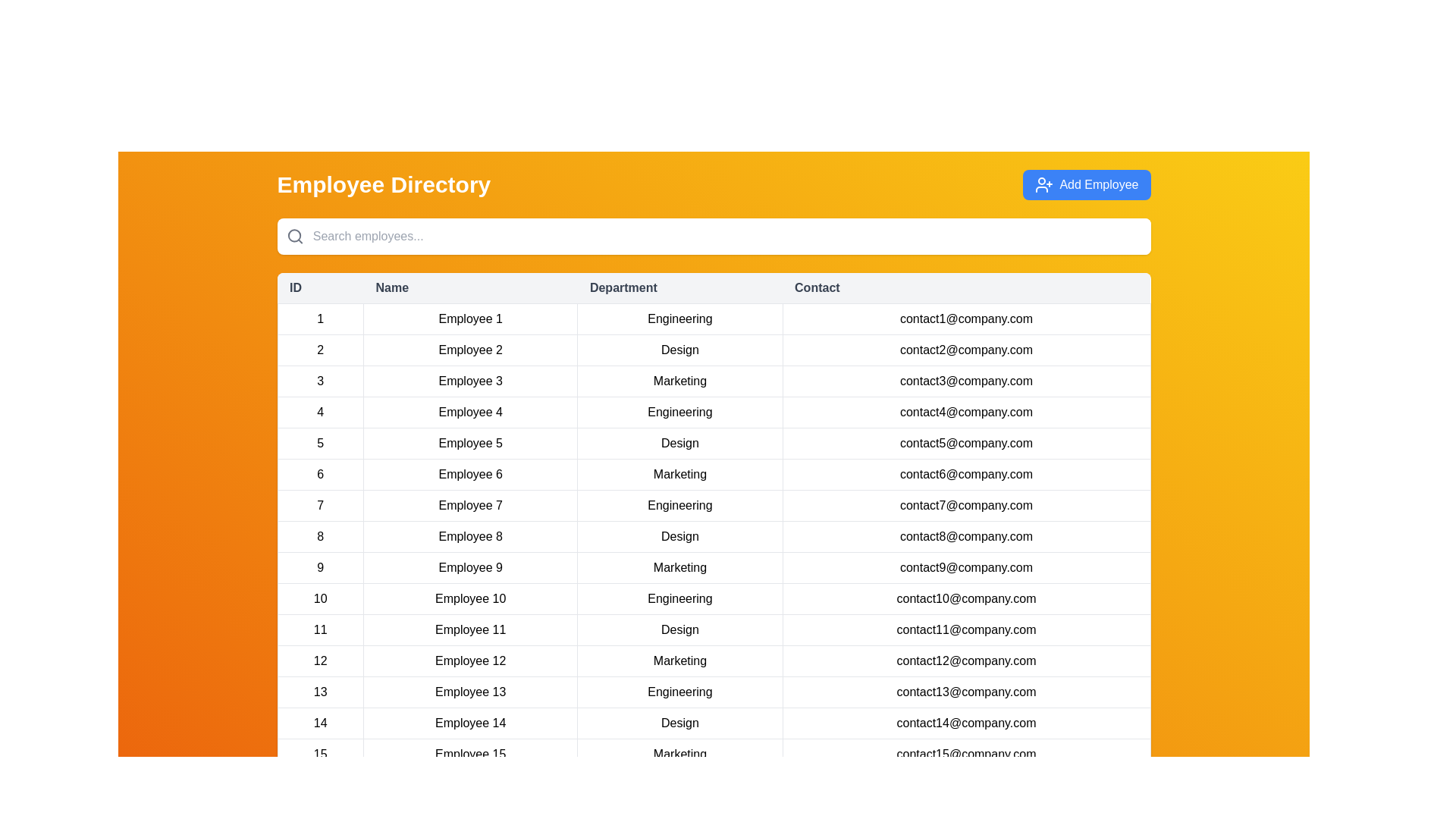  What do you see at coordinates (679, 288) in the screenshot?
I see `the column header Department to sort the table by that column` at bounding box center [679, 288].